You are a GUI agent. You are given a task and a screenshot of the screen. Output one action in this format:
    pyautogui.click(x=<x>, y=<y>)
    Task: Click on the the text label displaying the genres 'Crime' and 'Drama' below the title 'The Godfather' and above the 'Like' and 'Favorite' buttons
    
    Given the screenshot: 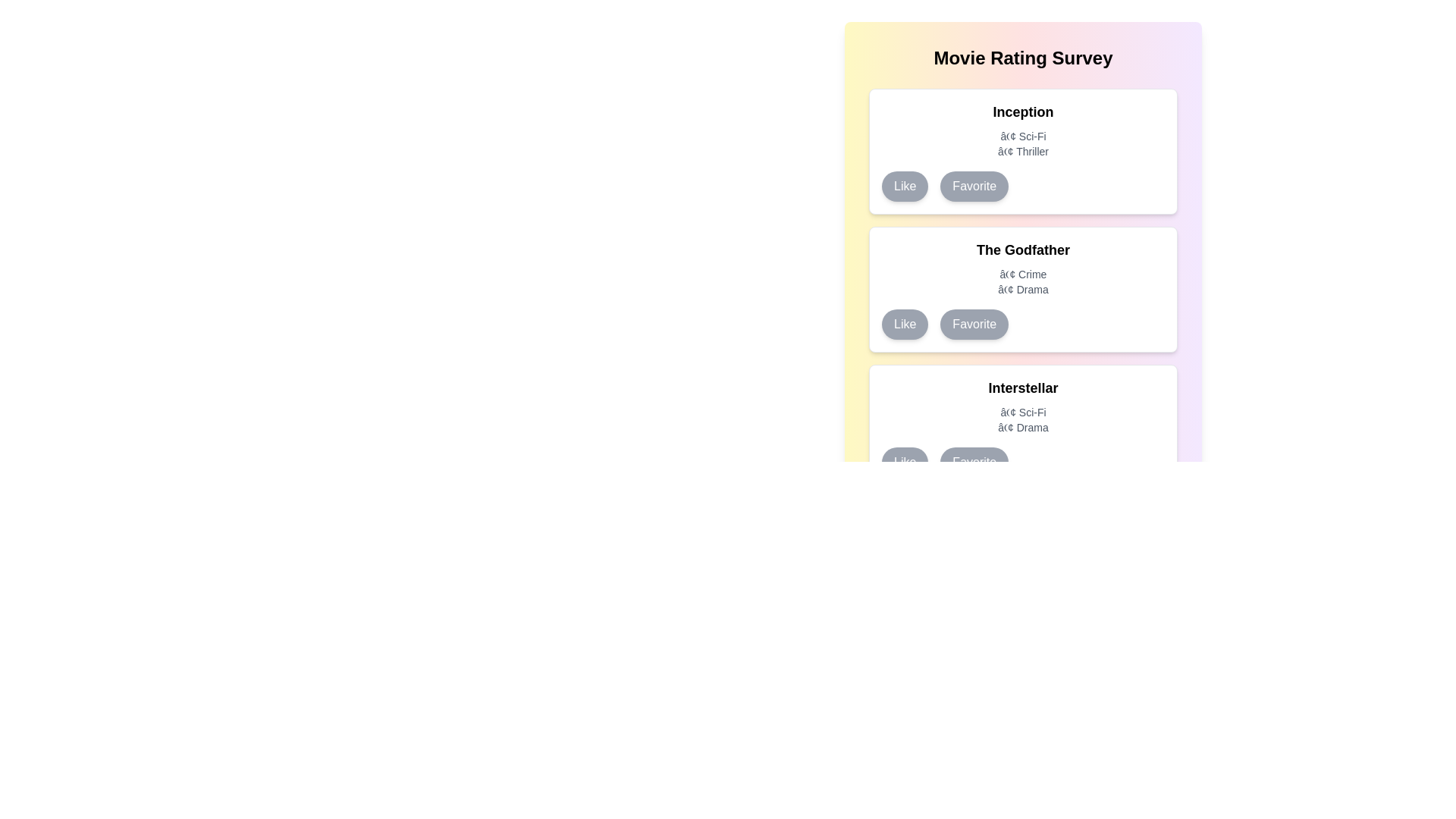 What is the action you would take?
    pyautogui.click(x=1023, y=281)
    